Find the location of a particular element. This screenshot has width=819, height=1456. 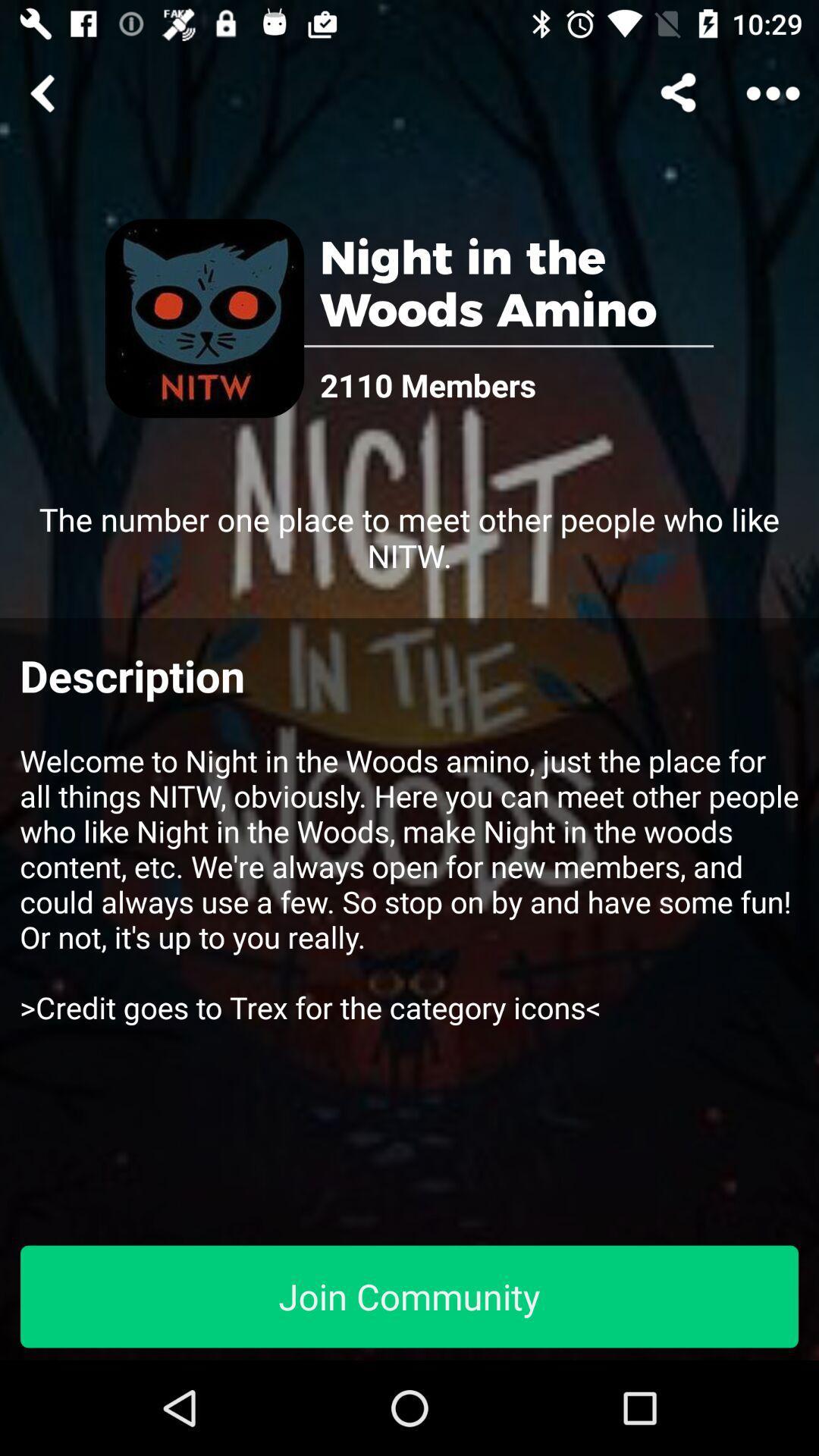

the share icon is located at coordinates (680, 93).